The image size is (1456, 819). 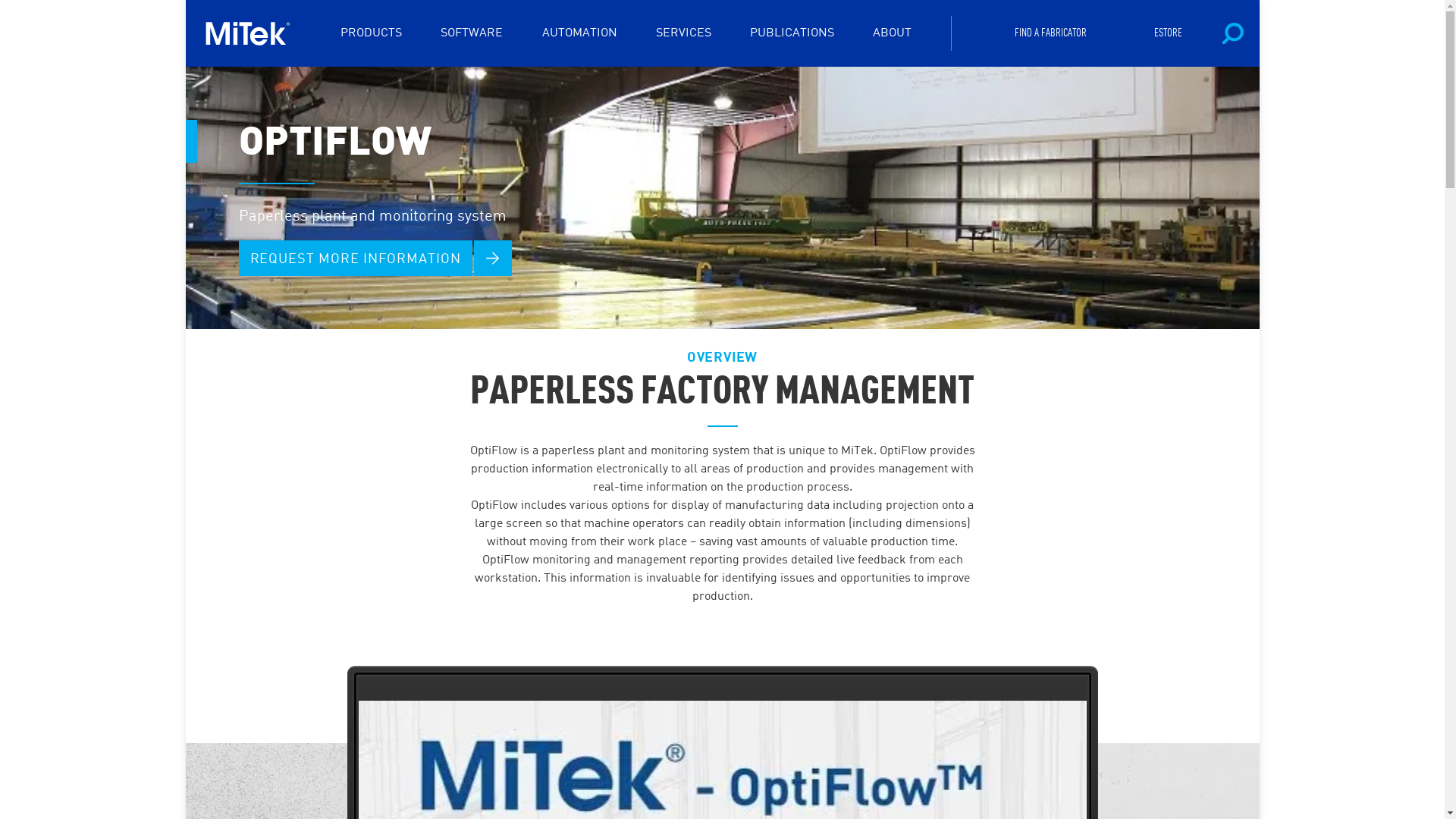 What do you see at coordinates (791, 33) in the screenshot?
I see `'PUBLICATIONS'` at bounding box center [791, 33].